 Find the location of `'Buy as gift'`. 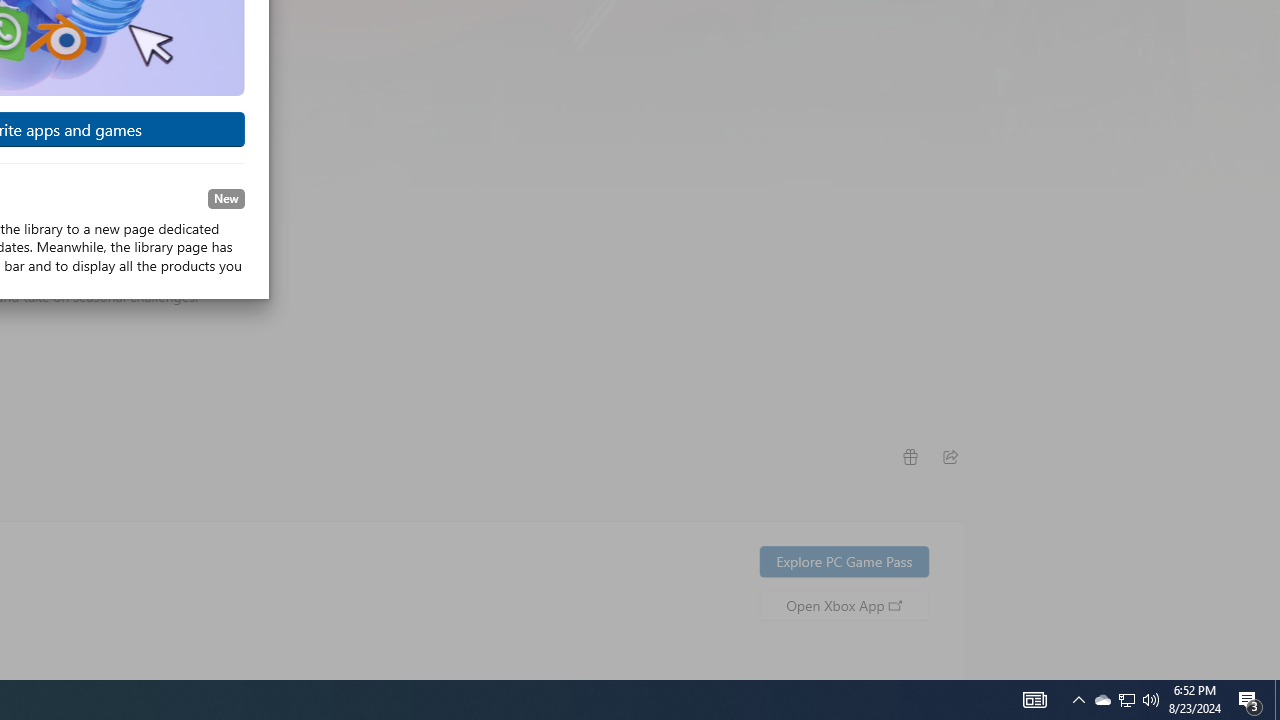

'Buy as gift' is located at coordinates (908, 456).